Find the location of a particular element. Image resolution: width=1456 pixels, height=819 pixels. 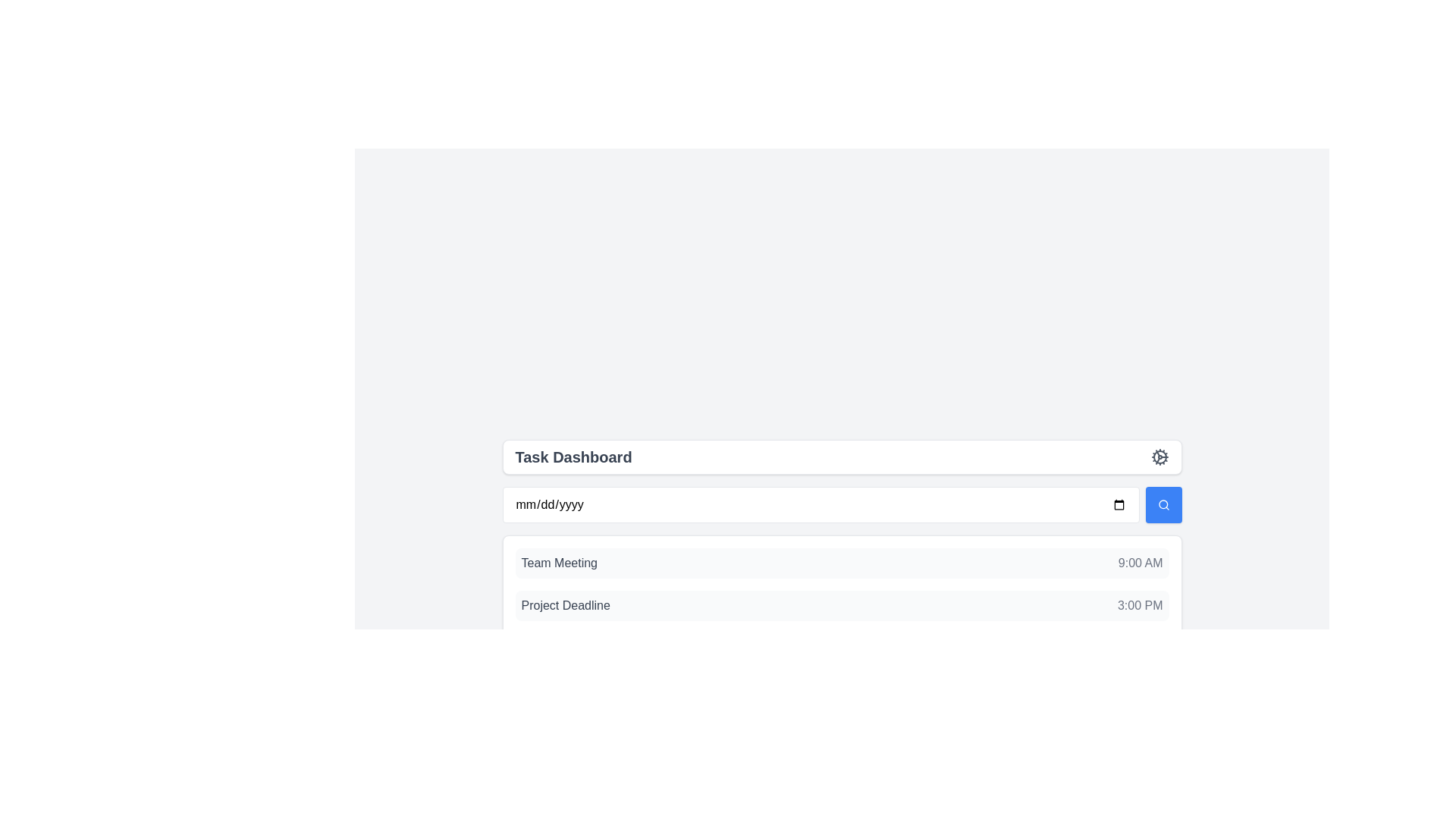

the List item displaying 'Project Deadline' and '3:00 PM', which is the second item in the Task Dashboard is located at coordinates (841, 604).